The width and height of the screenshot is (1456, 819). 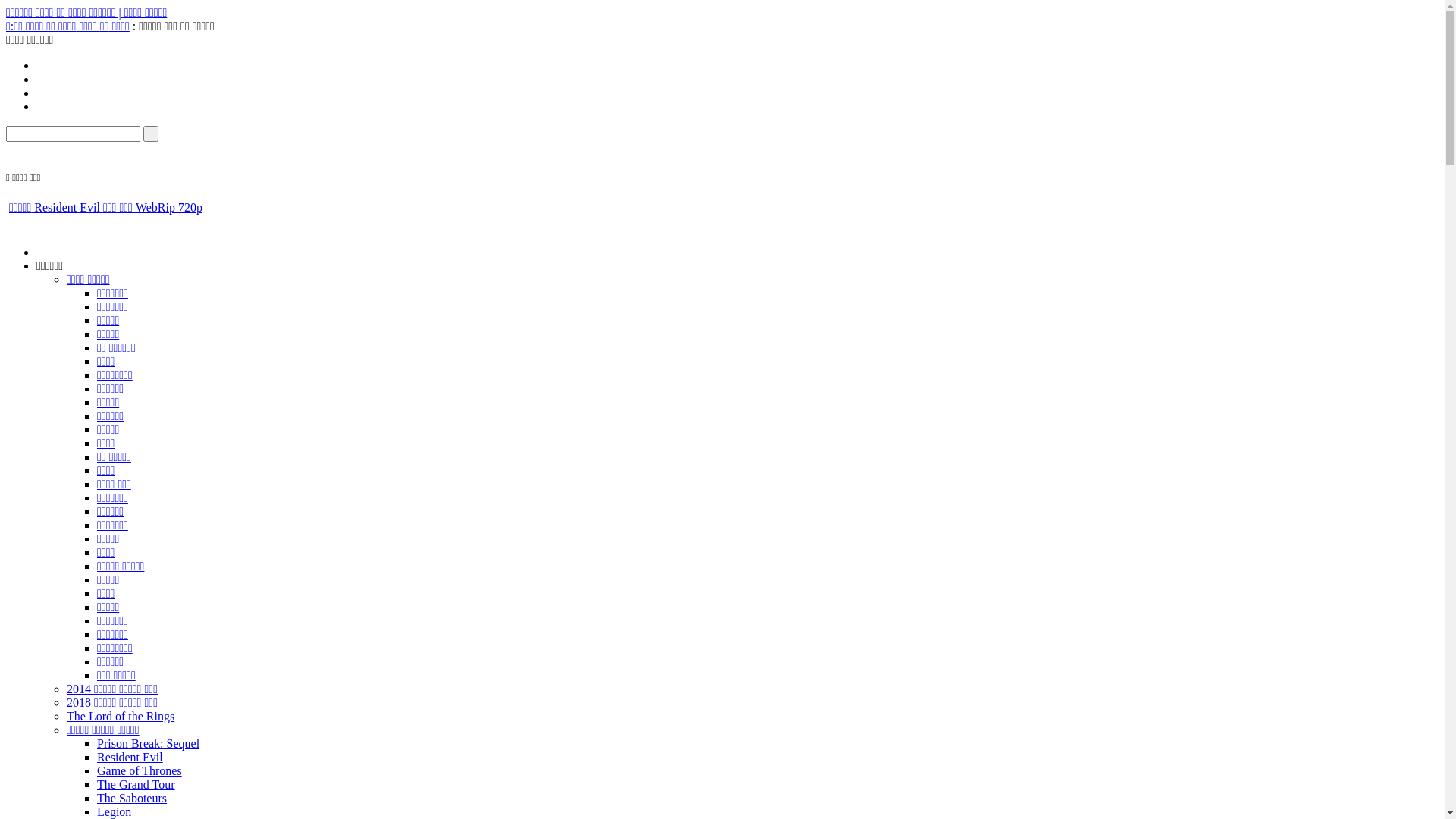 What do you see at coordinates (139, 770) in the screenshot?
I see `'Game of Thrones'` at bounding box center [139, 770].